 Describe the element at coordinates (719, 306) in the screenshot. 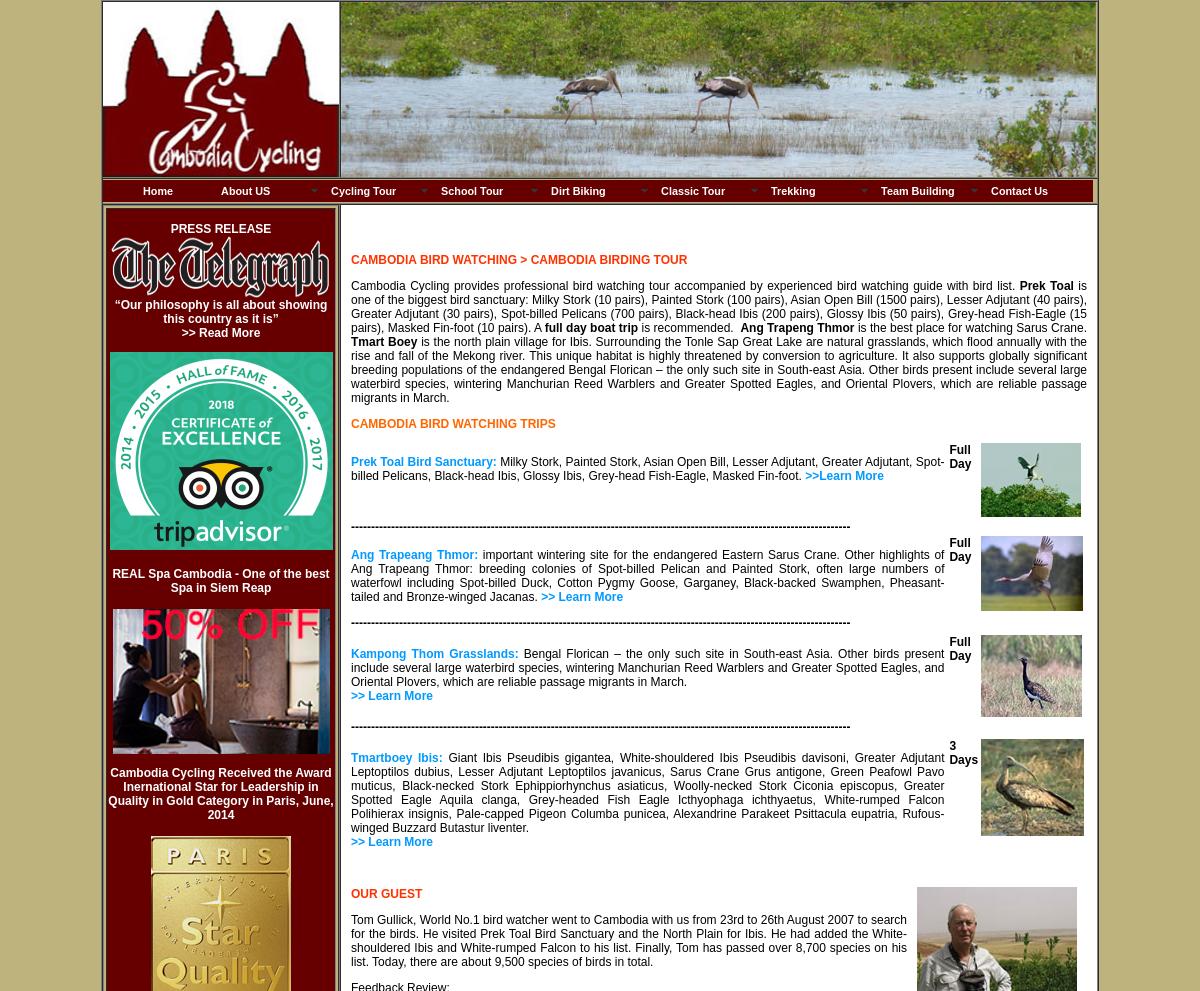

I see `'is one of the biggest bird sanctuary: Milky Stork (10 pairs),   		Painted Stork (100 pairs), Asian Open Bill (1500 pairs), Lesser Adjutant   		(40 pairs), Greater Adjutant (30 pairs), Spot-billed Pelicans (700   		pairs), Black-head Ibis (200 pairs), Glossy Ibis (50 pairs), Grey-head   		Fish-Eagle (15 pairs), Masked Fin-foot (10 pairs). A'` at that location.